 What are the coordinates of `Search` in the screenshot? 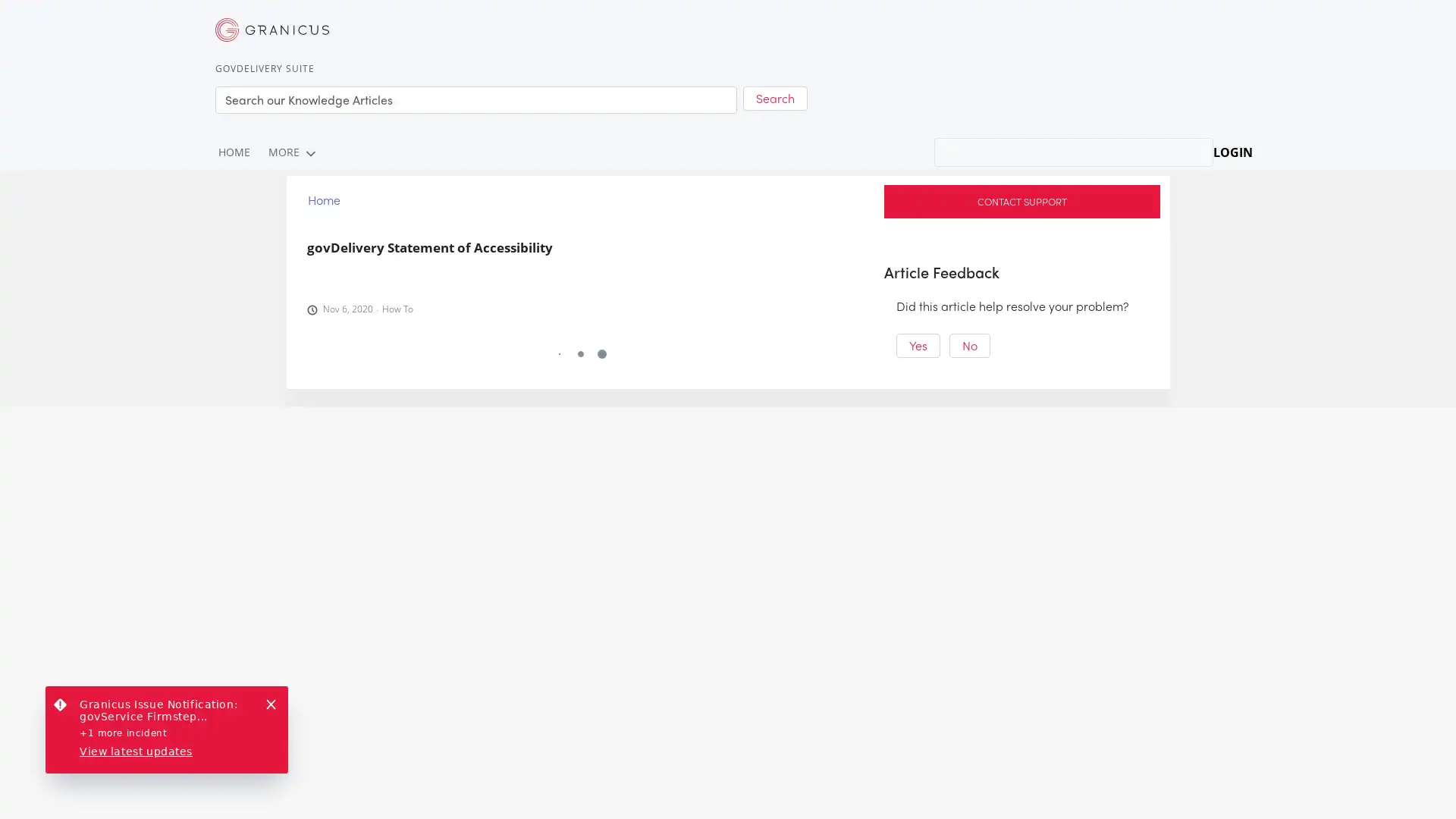 It's located at (775, 97).